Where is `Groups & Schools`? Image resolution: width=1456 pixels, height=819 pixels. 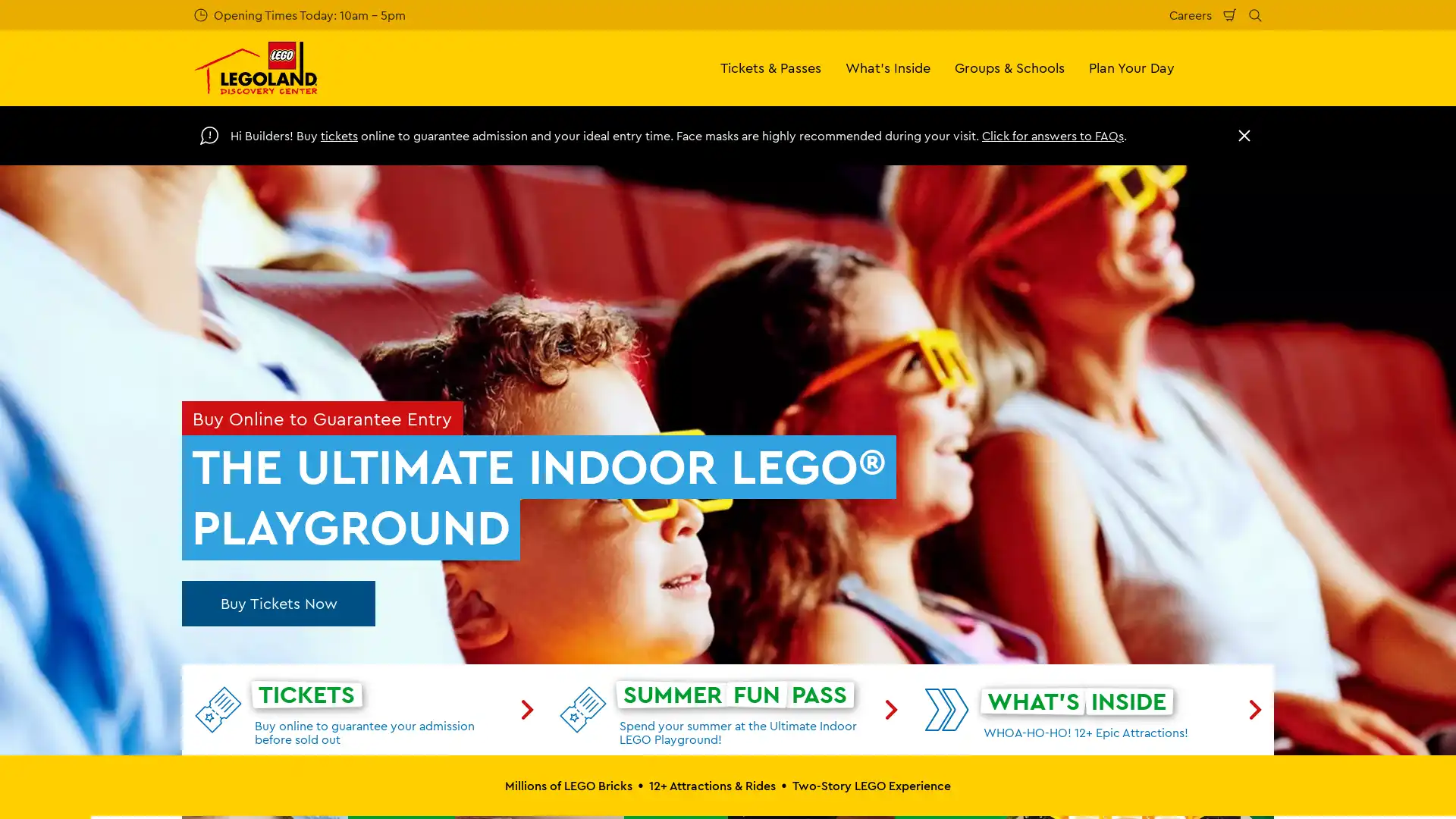
Groups & Schools is located at coordinates (1009, 67).